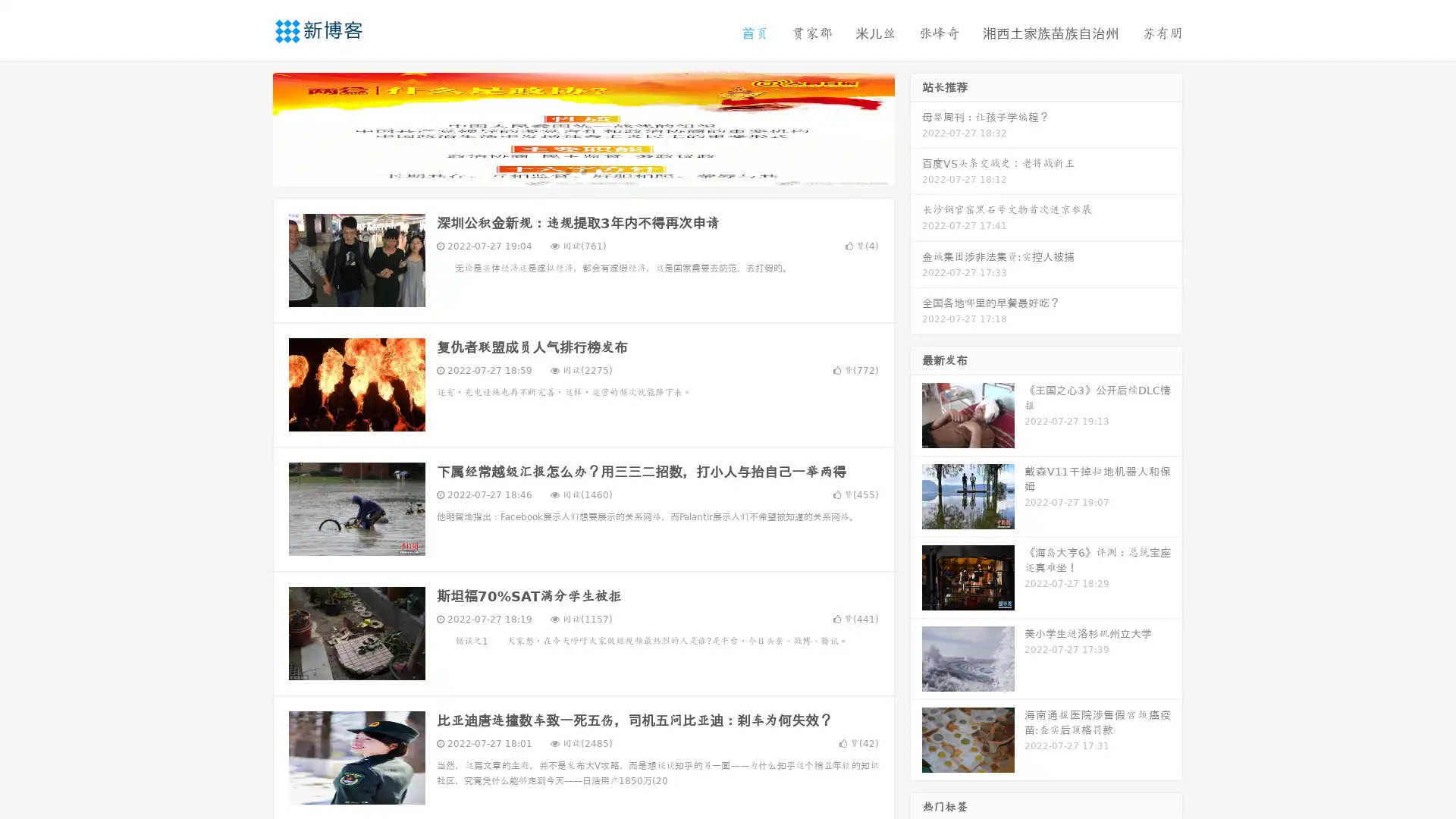 This screenshot has height=819, width=1456. Describe the element at coordinates (567, 171) in the screenshot. I see `Go to slide 1` at that location.